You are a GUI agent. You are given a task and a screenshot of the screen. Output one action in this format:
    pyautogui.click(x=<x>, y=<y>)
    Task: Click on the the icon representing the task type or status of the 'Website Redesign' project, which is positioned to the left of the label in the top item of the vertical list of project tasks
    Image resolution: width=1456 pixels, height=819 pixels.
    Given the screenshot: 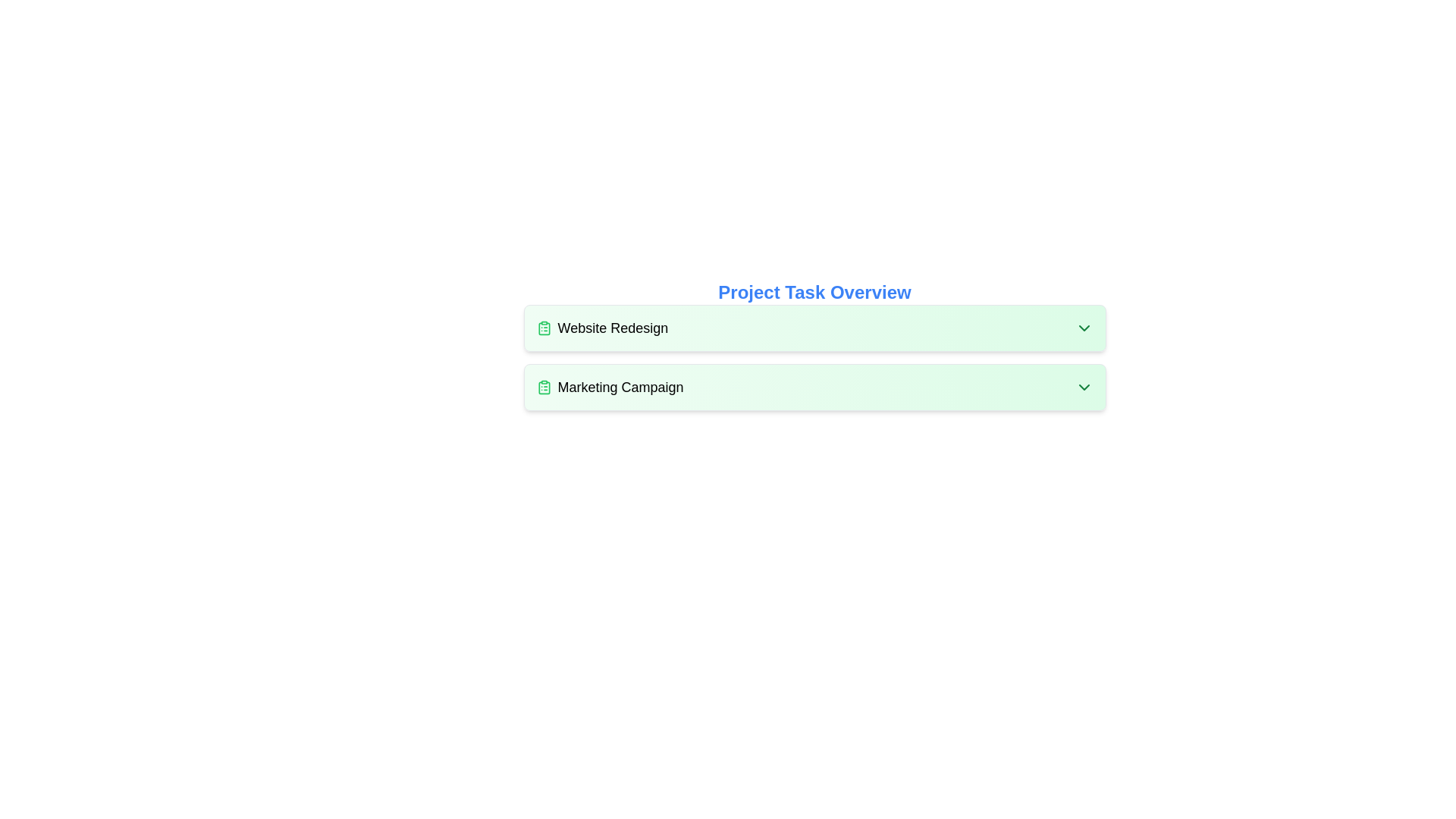 What is the action you would take?
    pyautogui.click(x=544, y=327)
    